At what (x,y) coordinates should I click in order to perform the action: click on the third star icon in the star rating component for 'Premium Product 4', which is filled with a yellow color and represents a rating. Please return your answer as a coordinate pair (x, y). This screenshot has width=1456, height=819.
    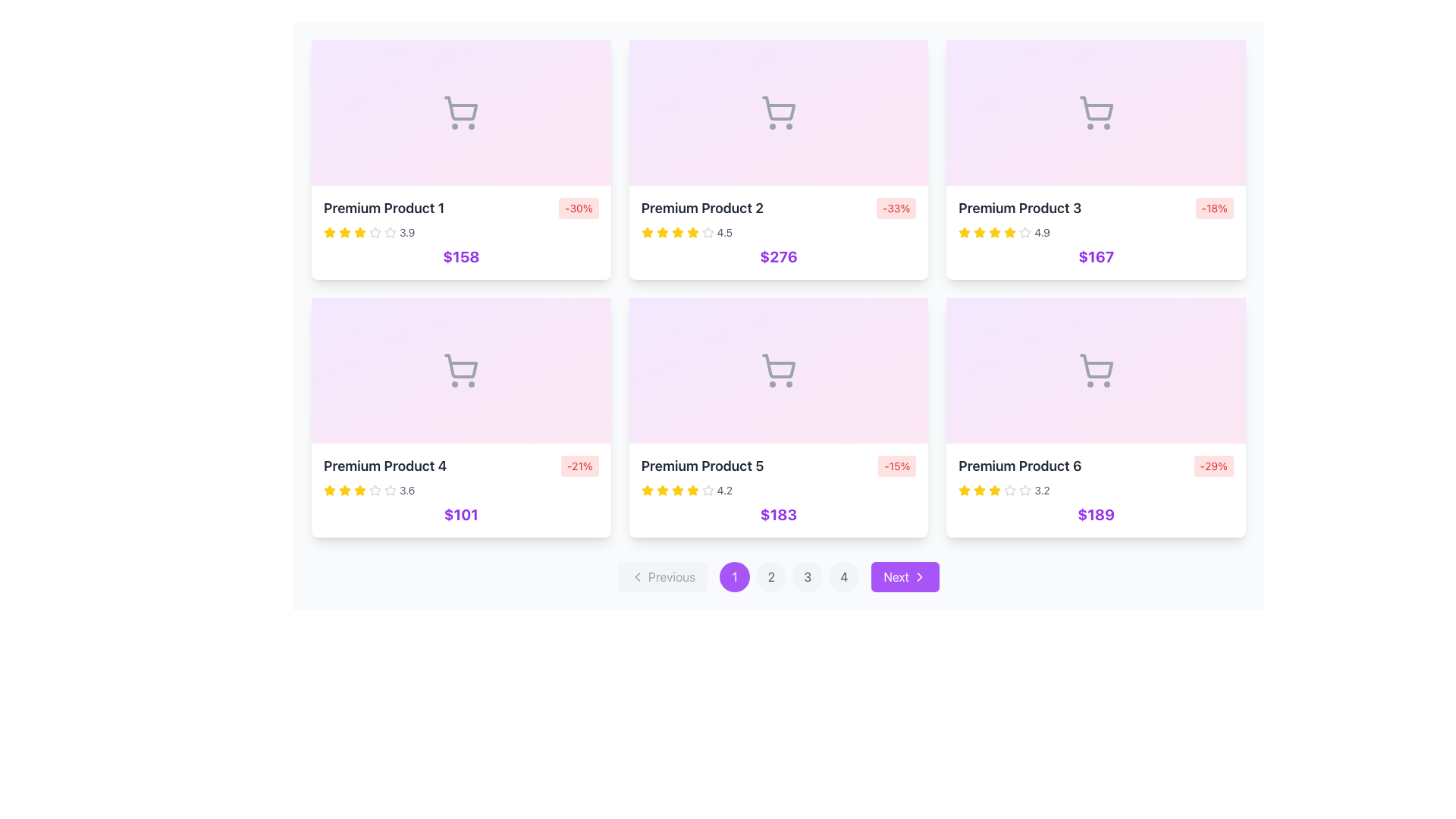
    Looking at the image, I should click on (344, 491).